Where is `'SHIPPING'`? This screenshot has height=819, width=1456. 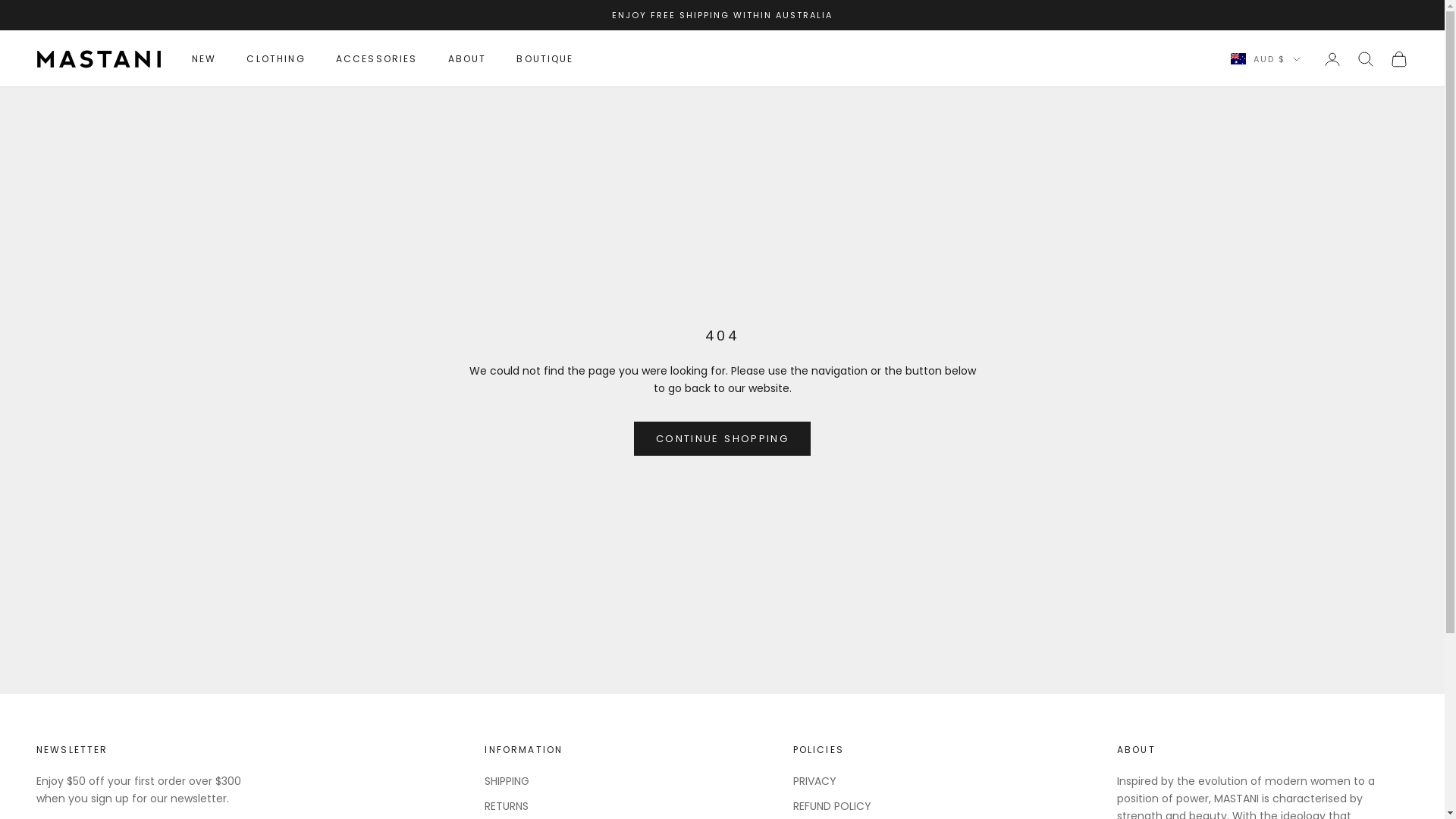 'SHIPPING' is located at coordinates (507, 780).